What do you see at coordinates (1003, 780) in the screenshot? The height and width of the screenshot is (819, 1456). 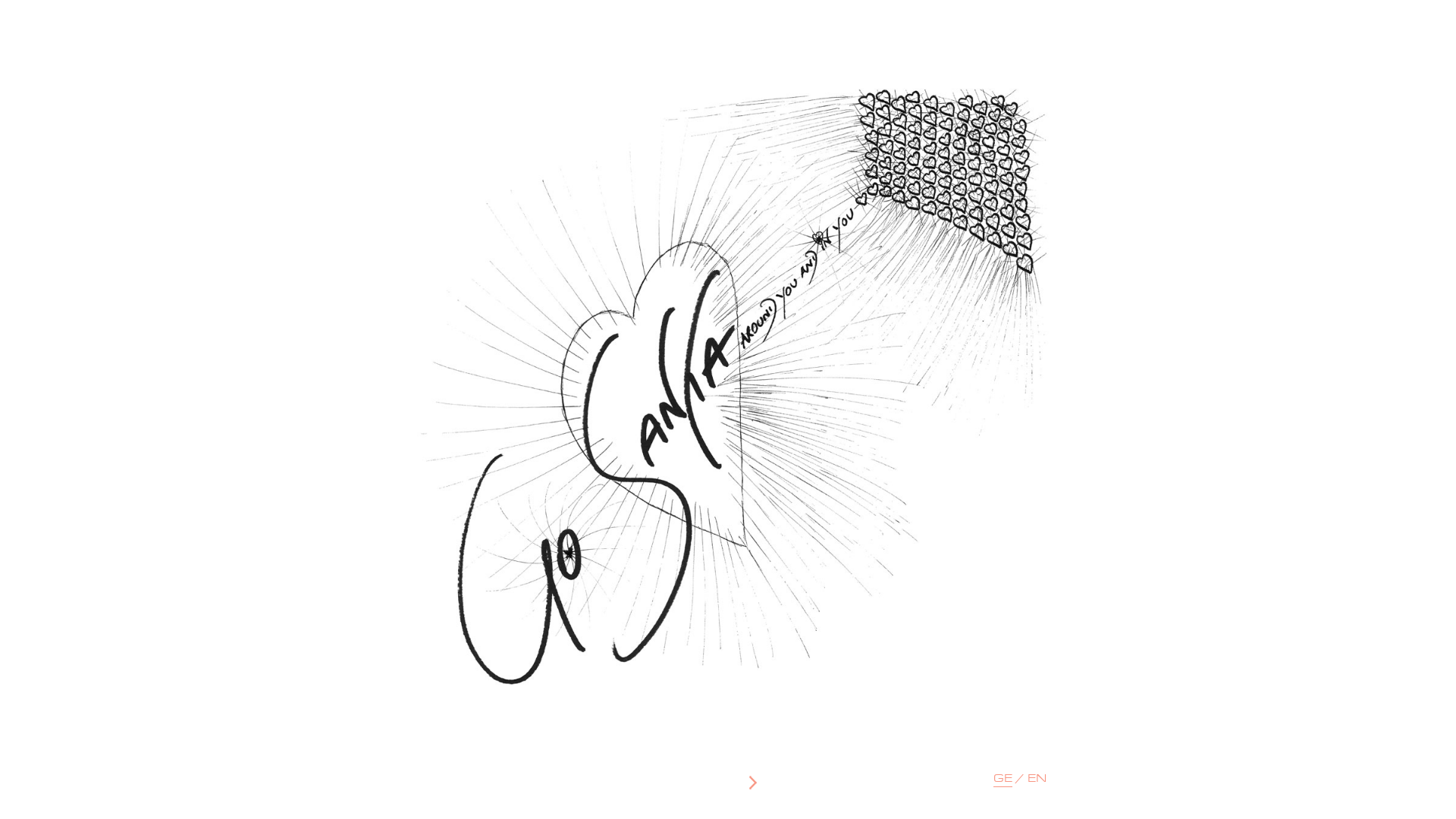 I see `'GE'` at bounding box center [1003, 780].